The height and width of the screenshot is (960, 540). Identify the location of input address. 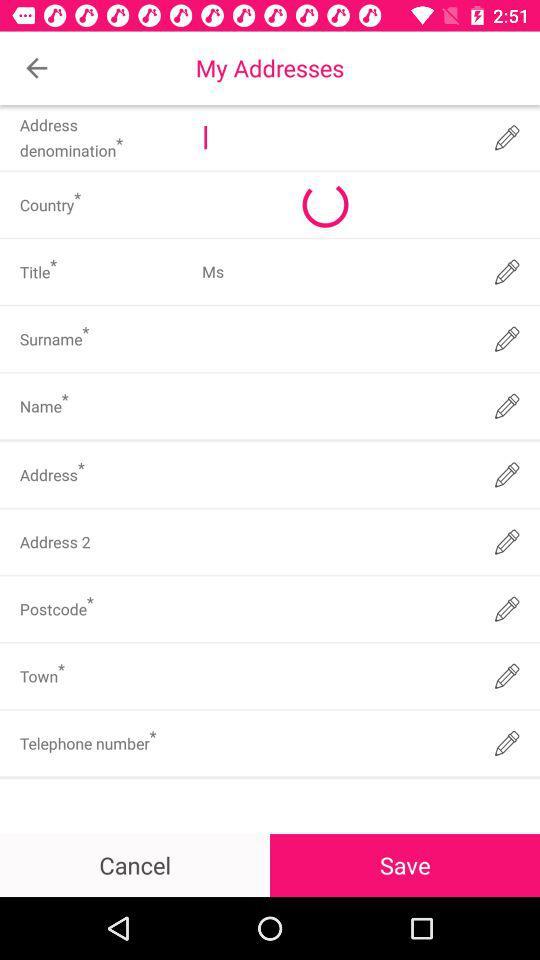
(335, 474).